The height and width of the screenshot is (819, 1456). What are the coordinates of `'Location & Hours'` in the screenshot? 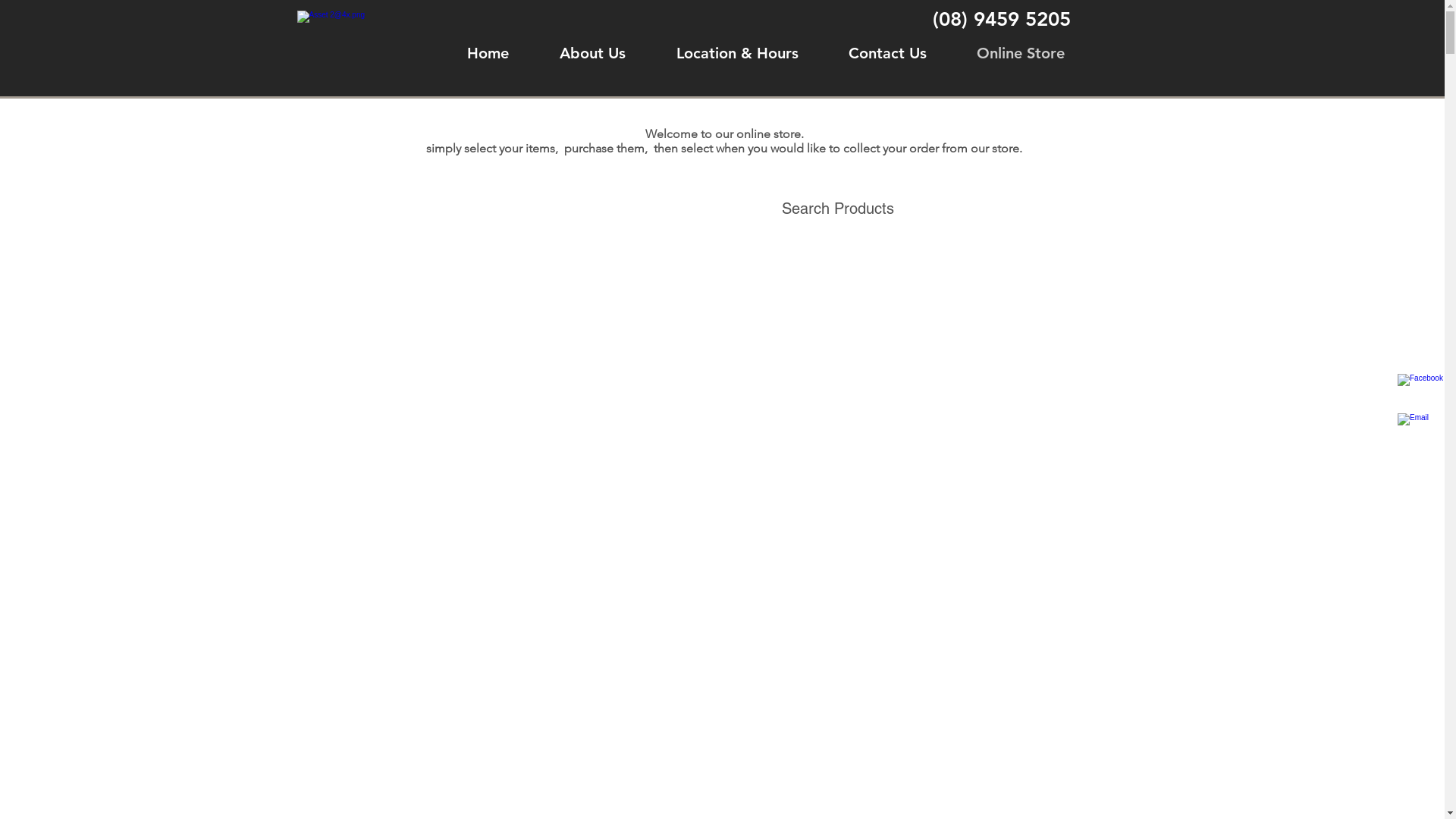 It's located at (736, 52).